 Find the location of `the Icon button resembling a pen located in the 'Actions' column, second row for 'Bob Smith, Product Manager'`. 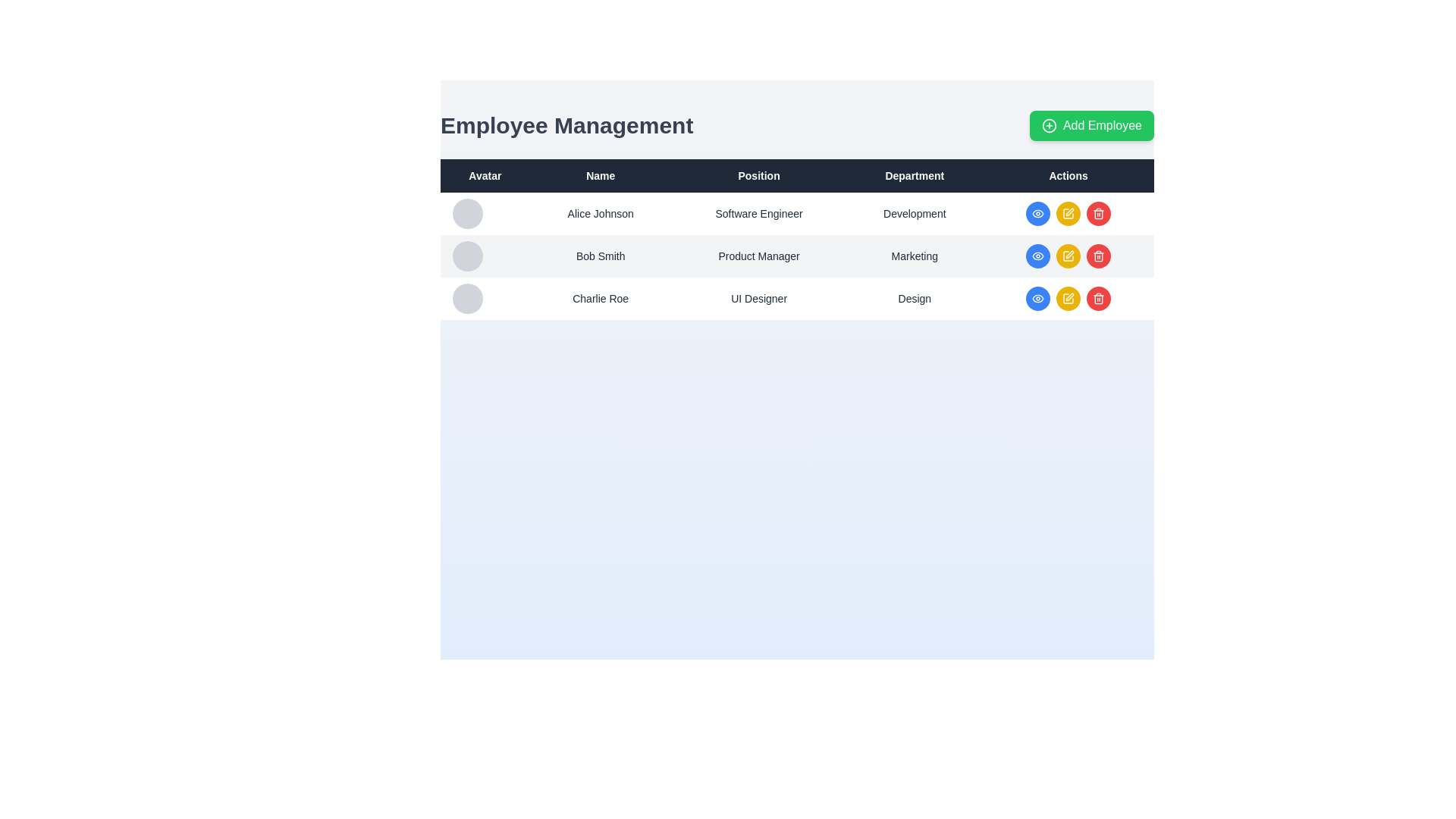

the Icon button resembling a pen located in the 'Actions' column, second row for 'Bob Smith, Product Manager' is located at coordinates (1069, 253).